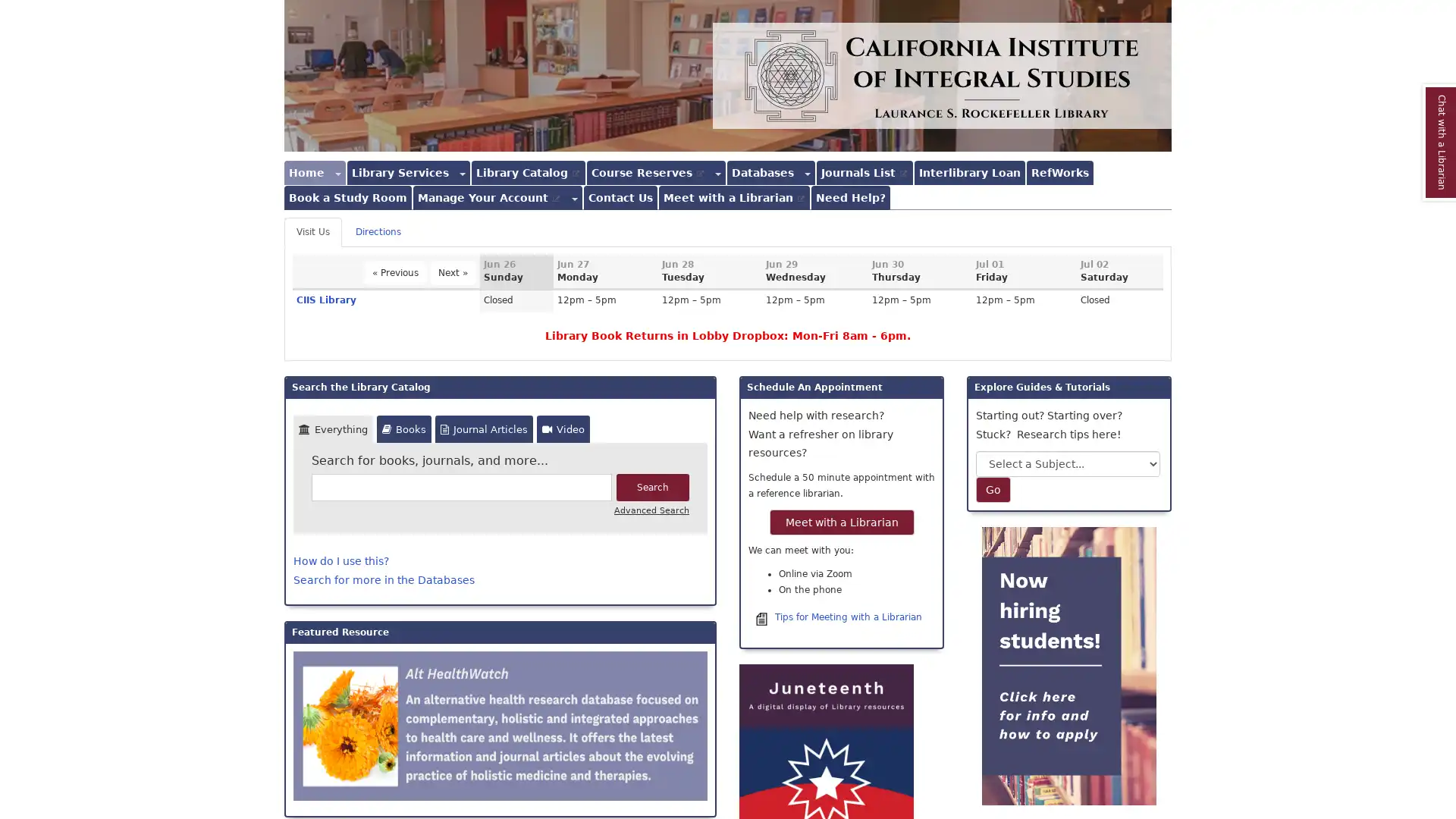  What do you see at coordinates (395, 271) in the screenshot?
I see `Previous` at bounding box center [395, 271].